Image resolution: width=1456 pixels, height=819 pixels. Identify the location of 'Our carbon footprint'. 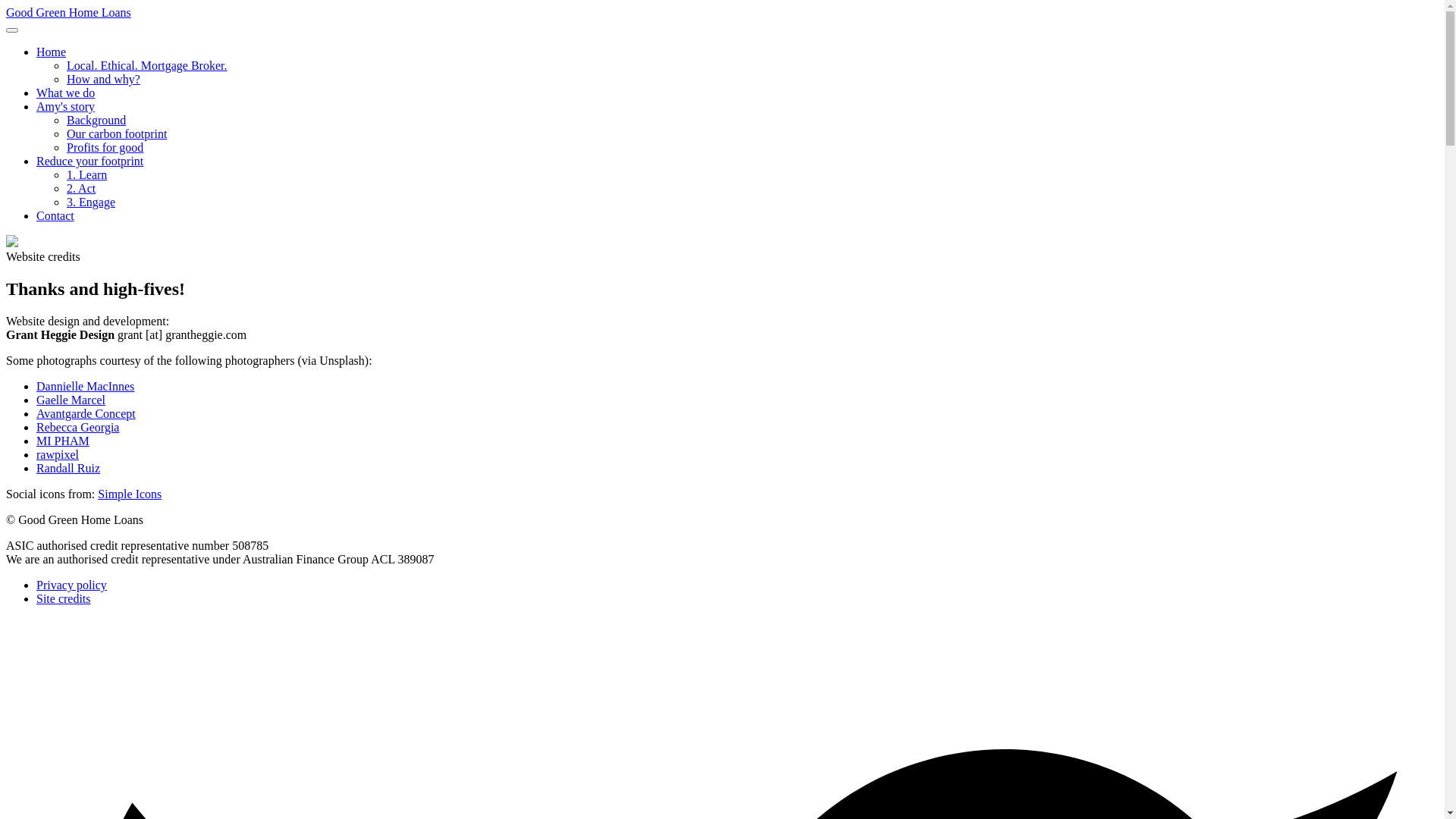
(65, 133).